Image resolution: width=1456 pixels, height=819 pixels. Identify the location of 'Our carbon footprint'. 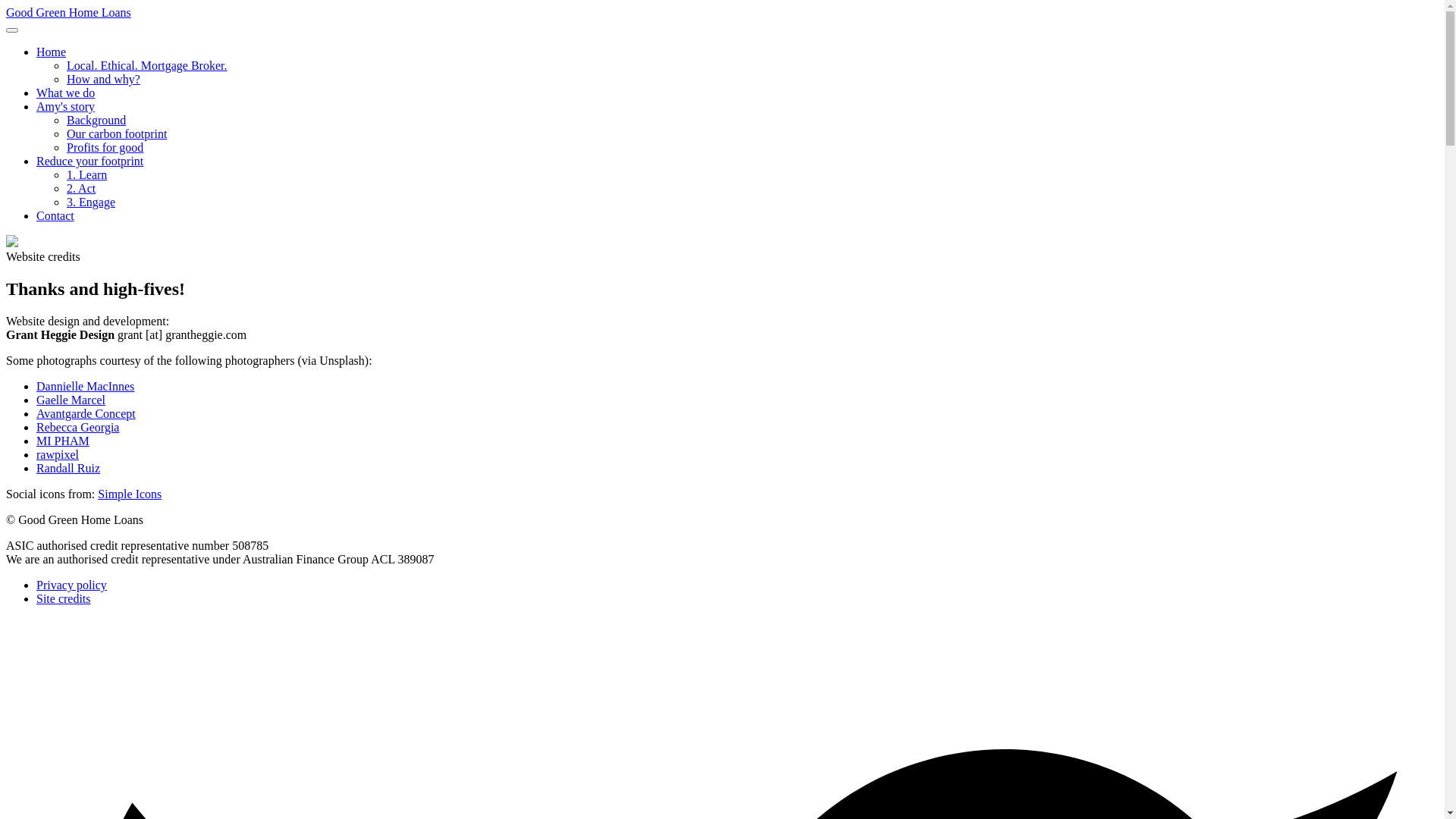
(65, 133).